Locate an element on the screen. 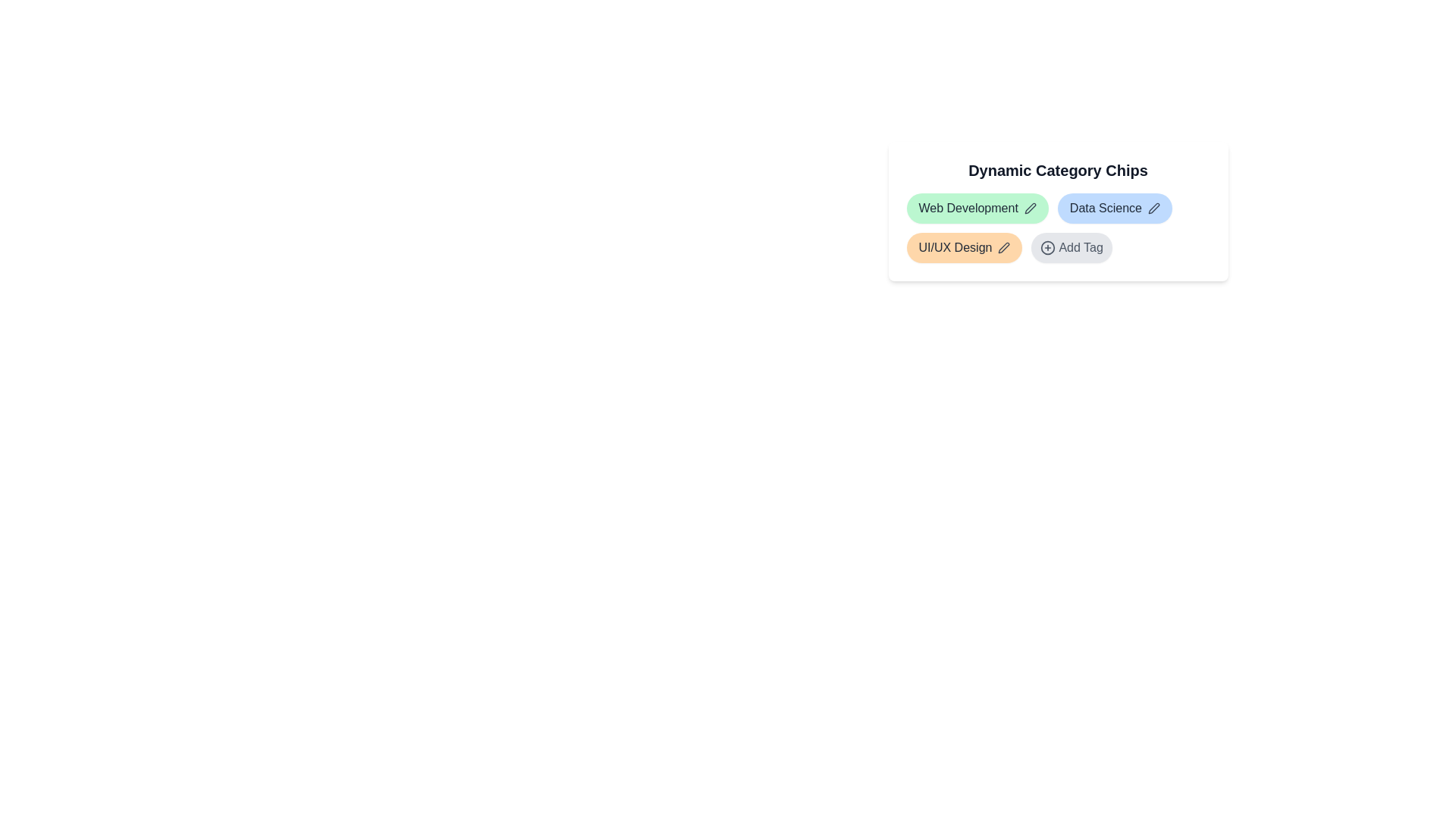 The width and height of the screenshot is (1456, 819). the tag chip labeled Web Development to select or interact with it is located at coordinates (977, 208).